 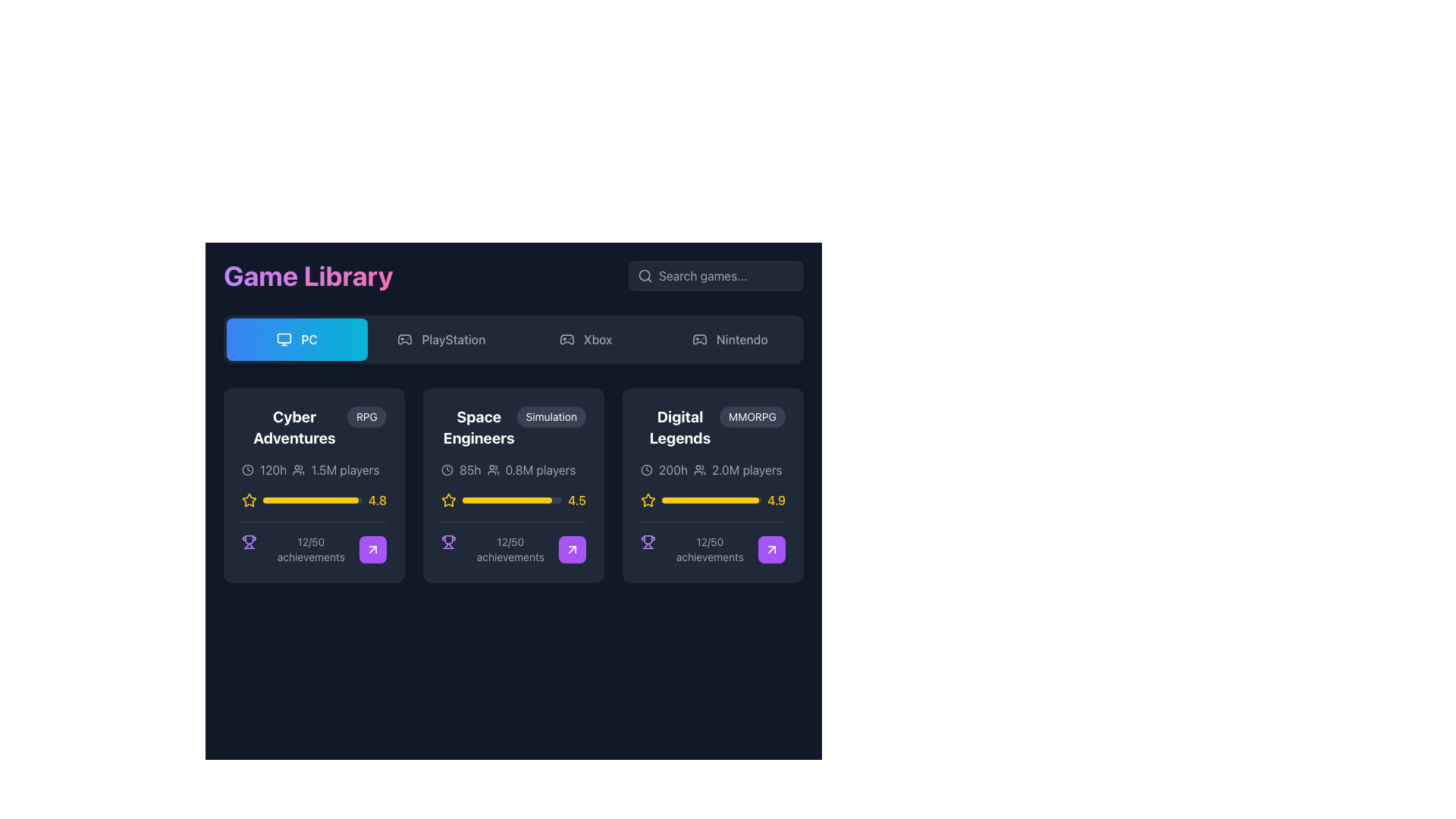 I want to click on the 'PC' button, which is the first button in a row of four platform selectors, so click(x=297, y=338).